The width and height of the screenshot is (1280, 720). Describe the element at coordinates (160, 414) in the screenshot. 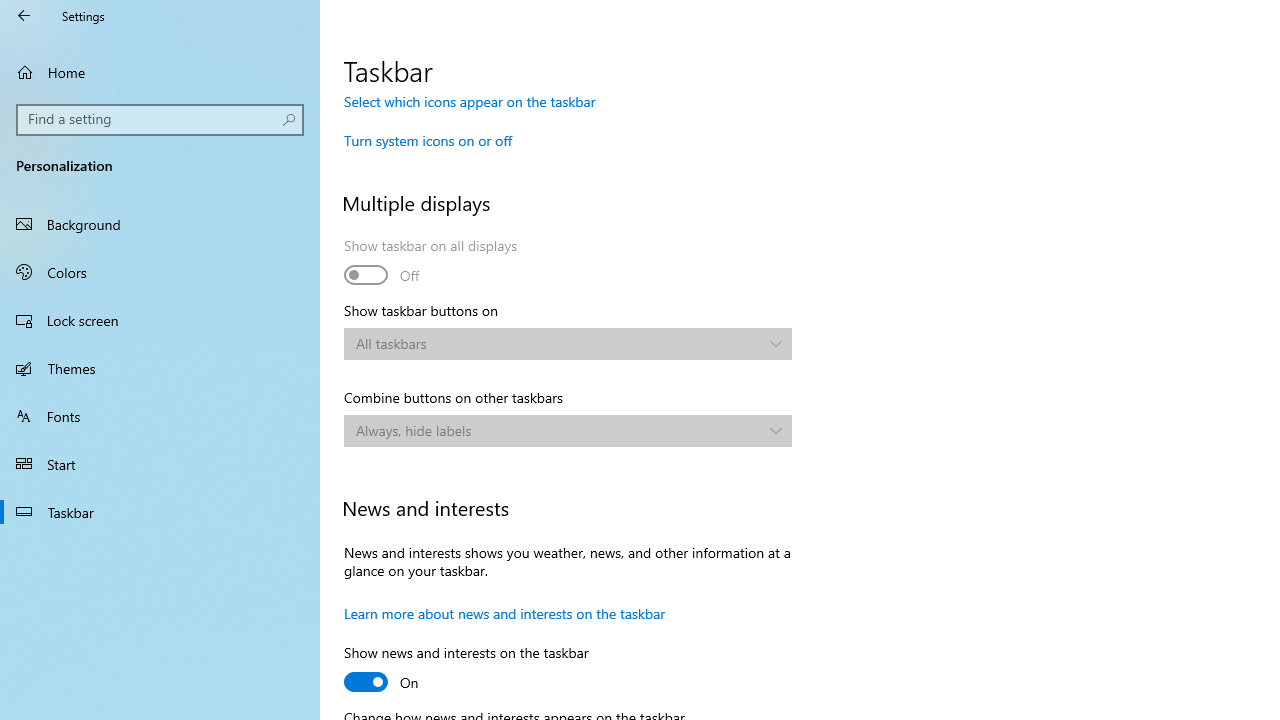

I see `'Fonts'` at that location.